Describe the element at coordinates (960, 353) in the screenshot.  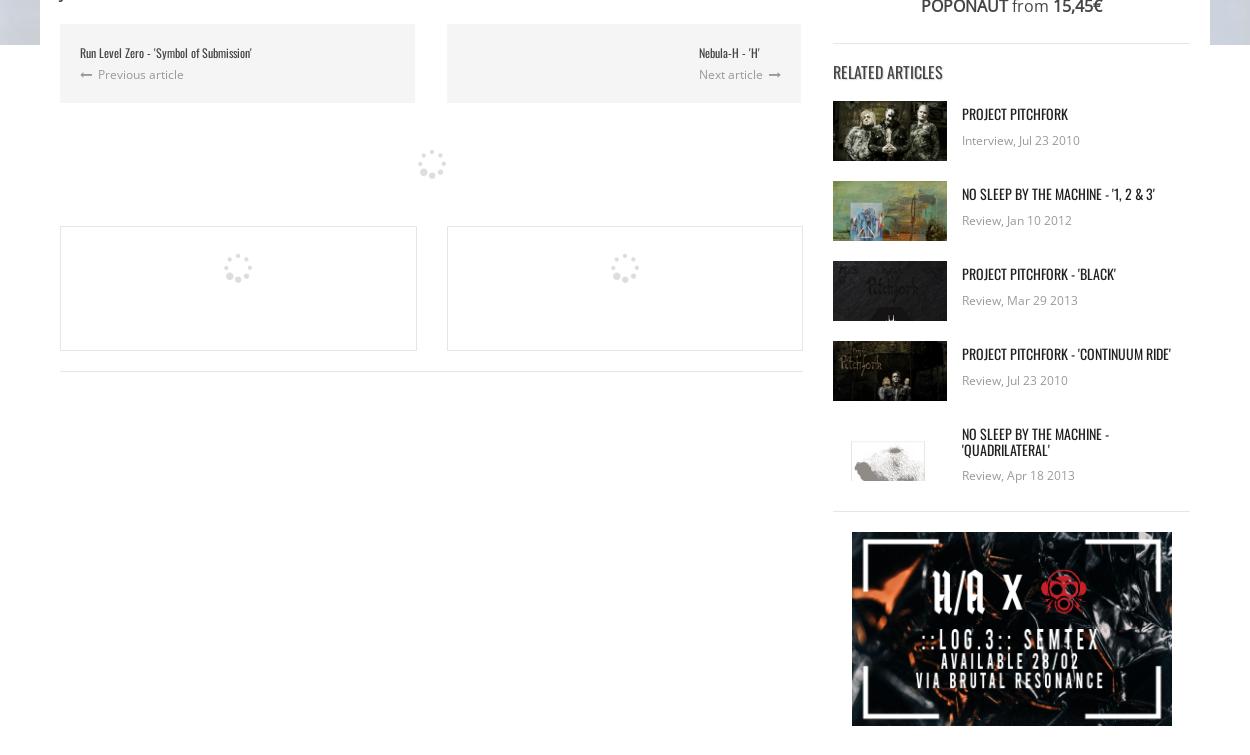
I see `'Project Pitchfork - 'Continuum Ride''` at that location.